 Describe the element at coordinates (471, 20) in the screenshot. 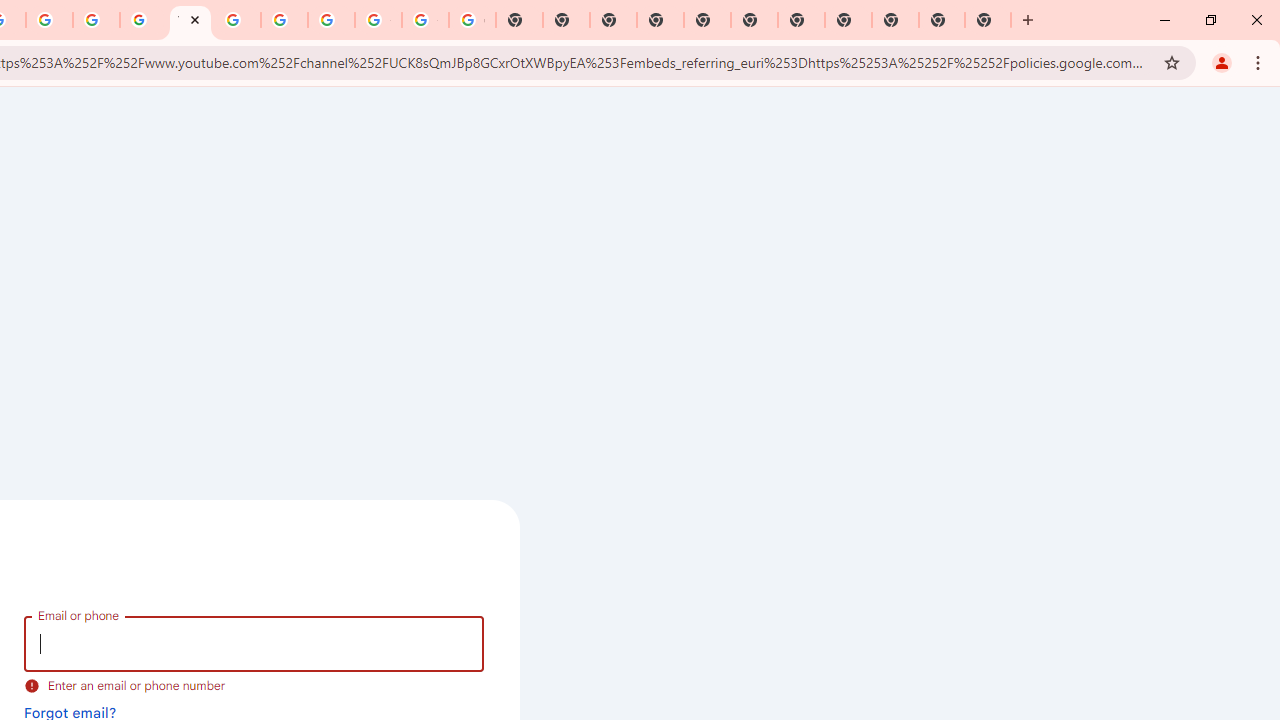

I see `'Google Images'` at that location.